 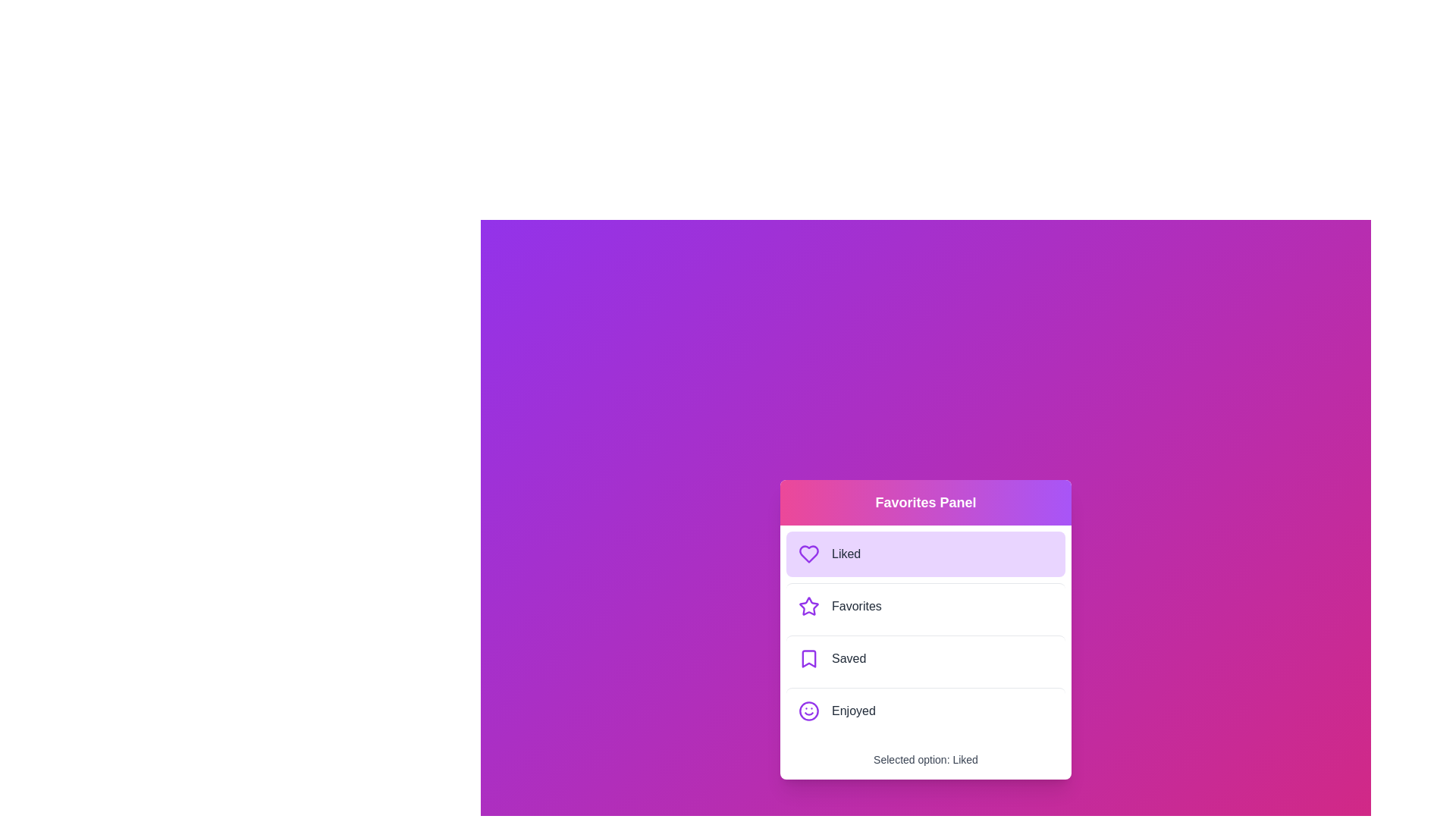 What do you see at coordinates (924, 554) in the screenshot?
I see `the menu option Liked to observe the hover effect` at bounding box center [924, 554].